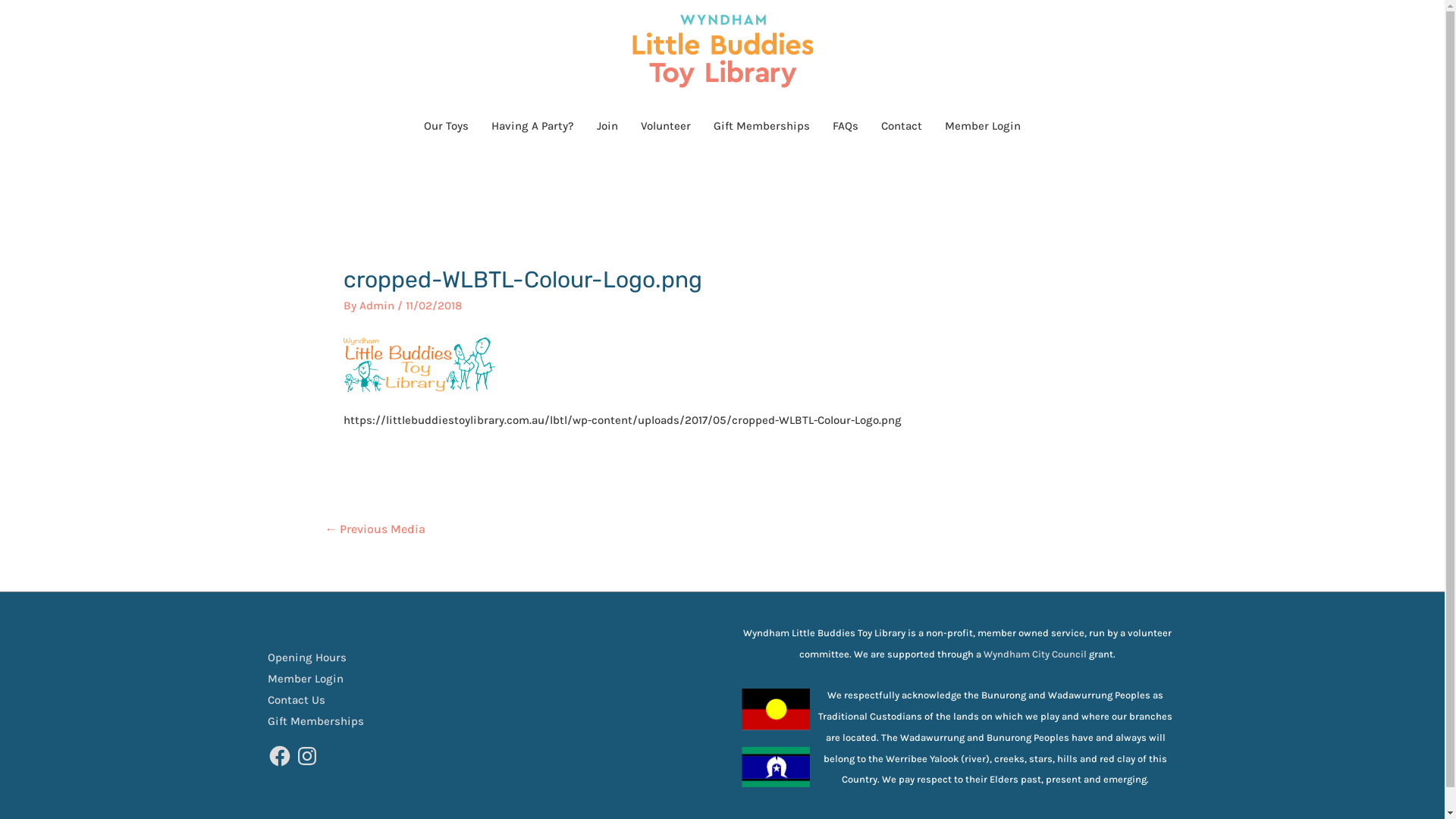  I want to click on 'Instagram', so click(305, 755).